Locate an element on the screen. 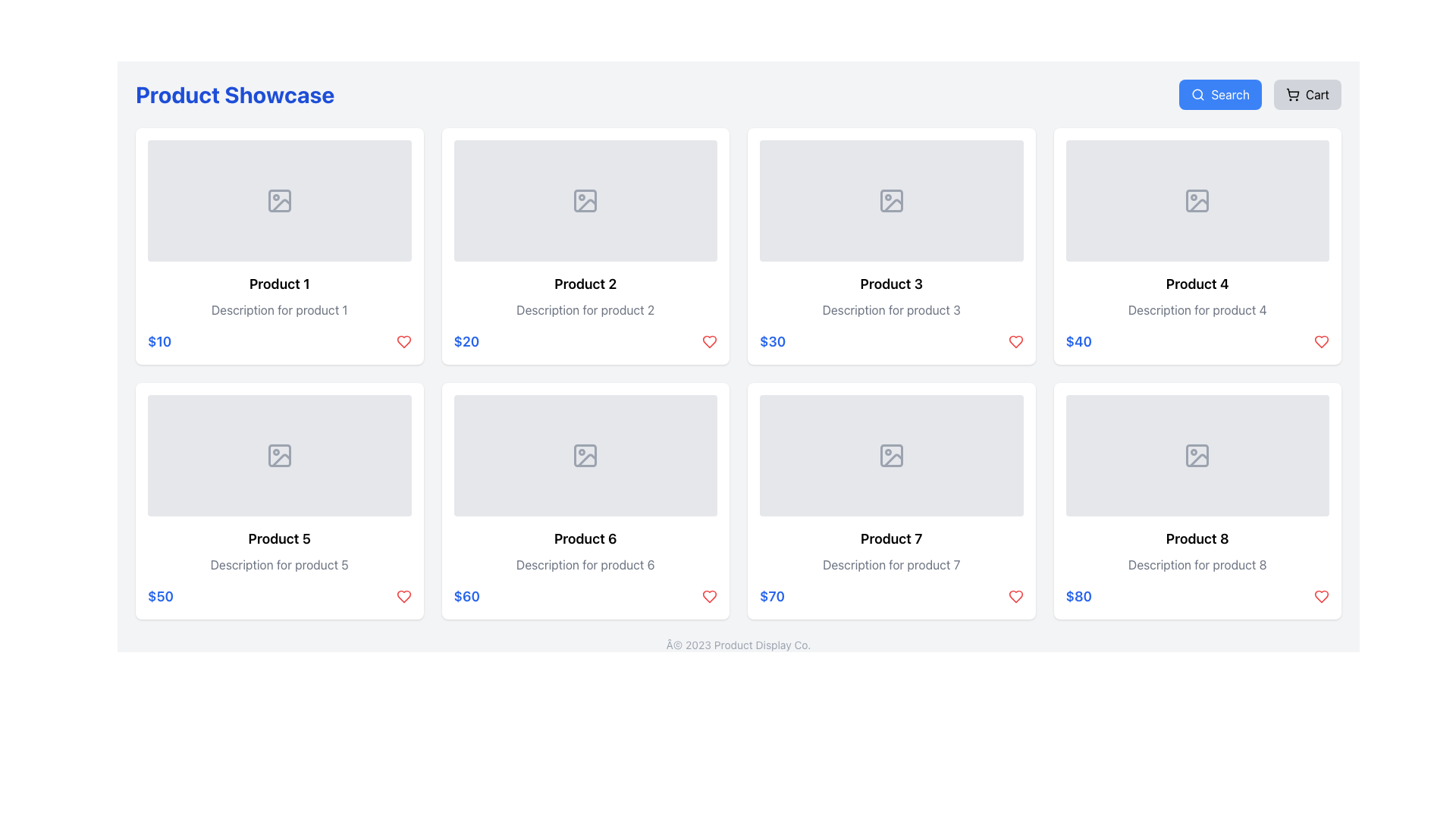 The width and height of the screenshot is (1456, 819). the text label providing a description for 'Product 5', located in the second row, first column of the product grid layout is located at coordinates (279, 564).